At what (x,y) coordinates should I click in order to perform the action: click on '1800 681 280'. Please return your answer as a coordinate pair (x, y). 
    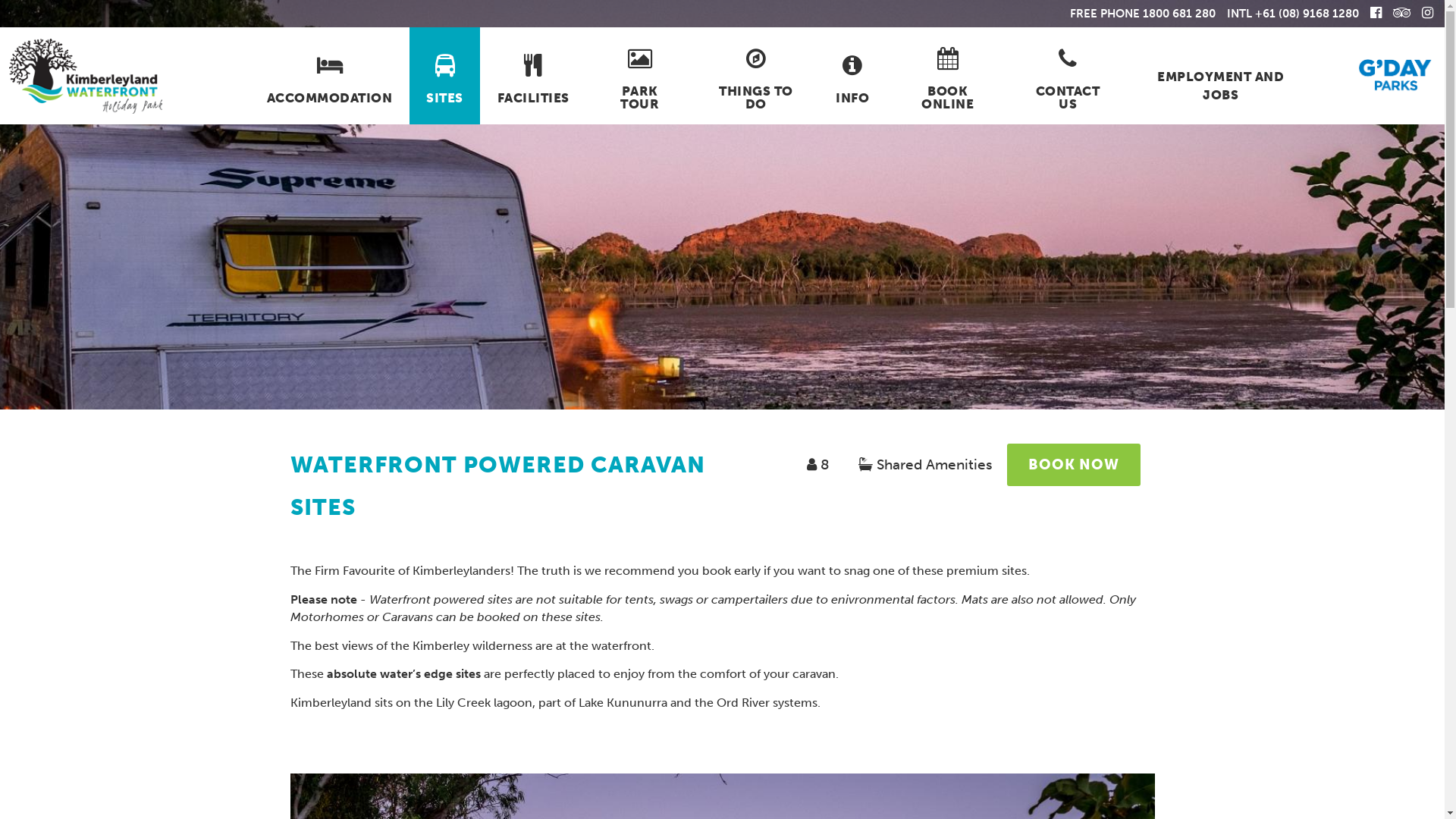
    Looking at the image, I should click on (1178, 12).